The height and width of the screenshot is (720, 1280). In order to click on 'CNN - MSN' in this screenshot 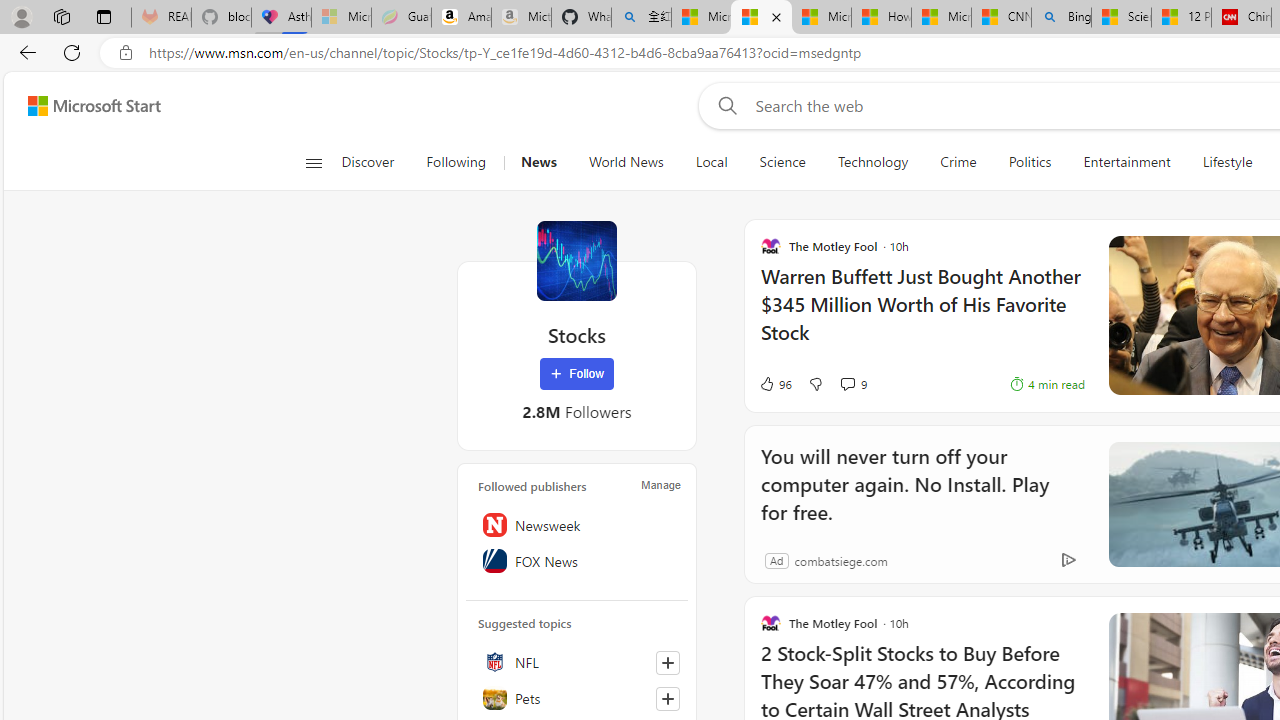, I will do `click(1000, 17)`.